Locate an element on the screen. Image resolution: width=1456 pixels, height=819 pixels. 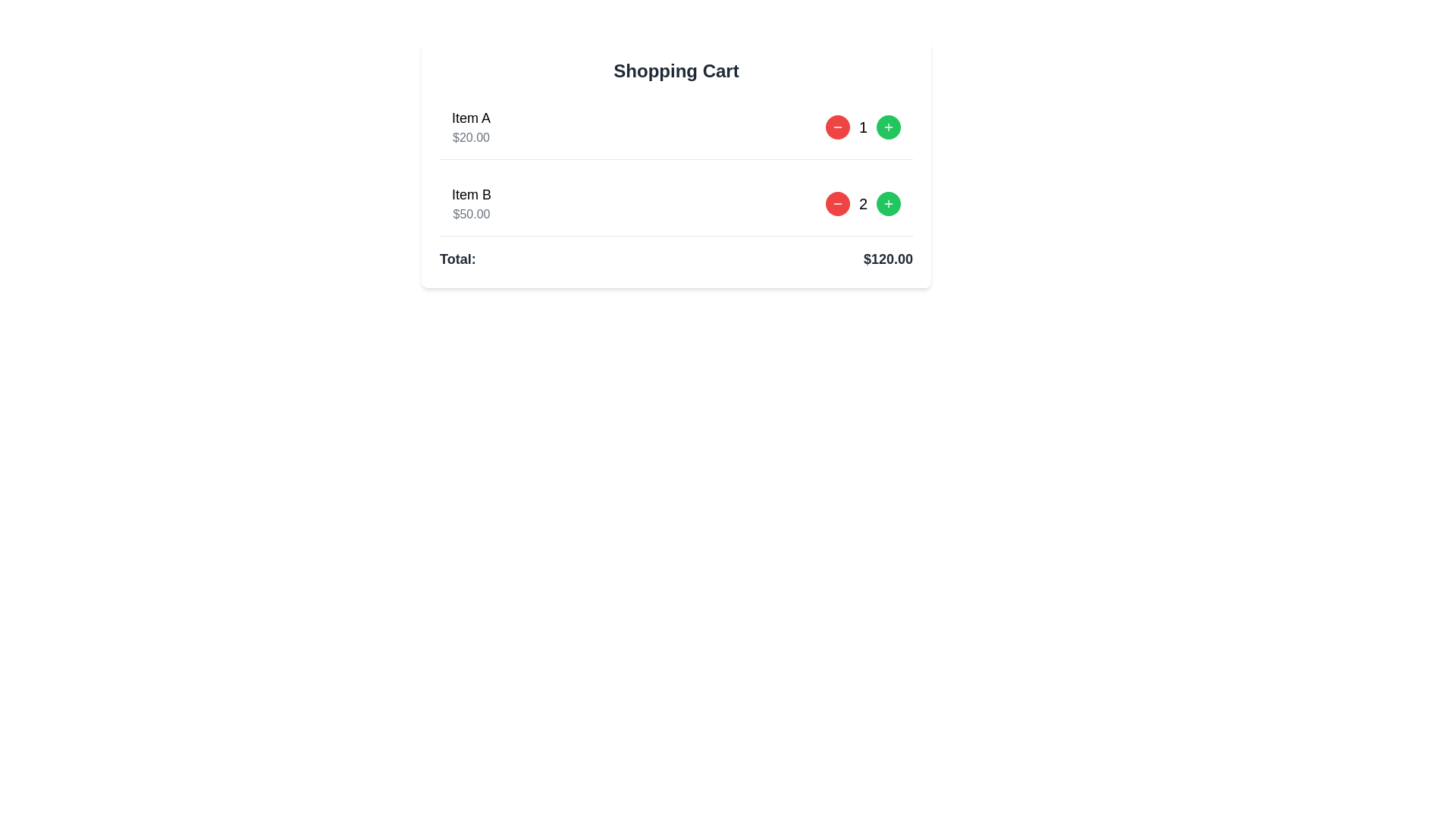
price text label displaying '$20.00' located below the 'Item A' label in the shopping cart section is located at coordinates (470, 137).